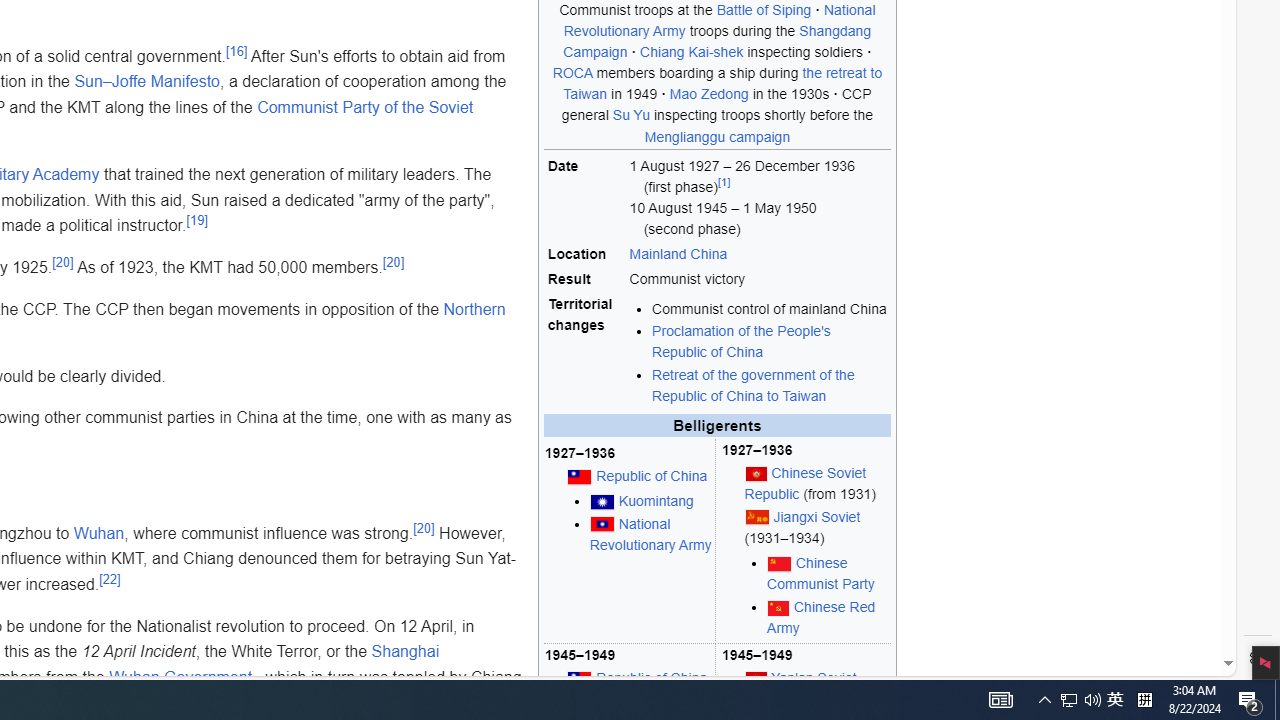 This screenshot has width=1280, height=720. What do you see at coordinates (717, 42) in the screenshot?
I see `'Shangdang Campaign'` at bounding box center [717, 42].